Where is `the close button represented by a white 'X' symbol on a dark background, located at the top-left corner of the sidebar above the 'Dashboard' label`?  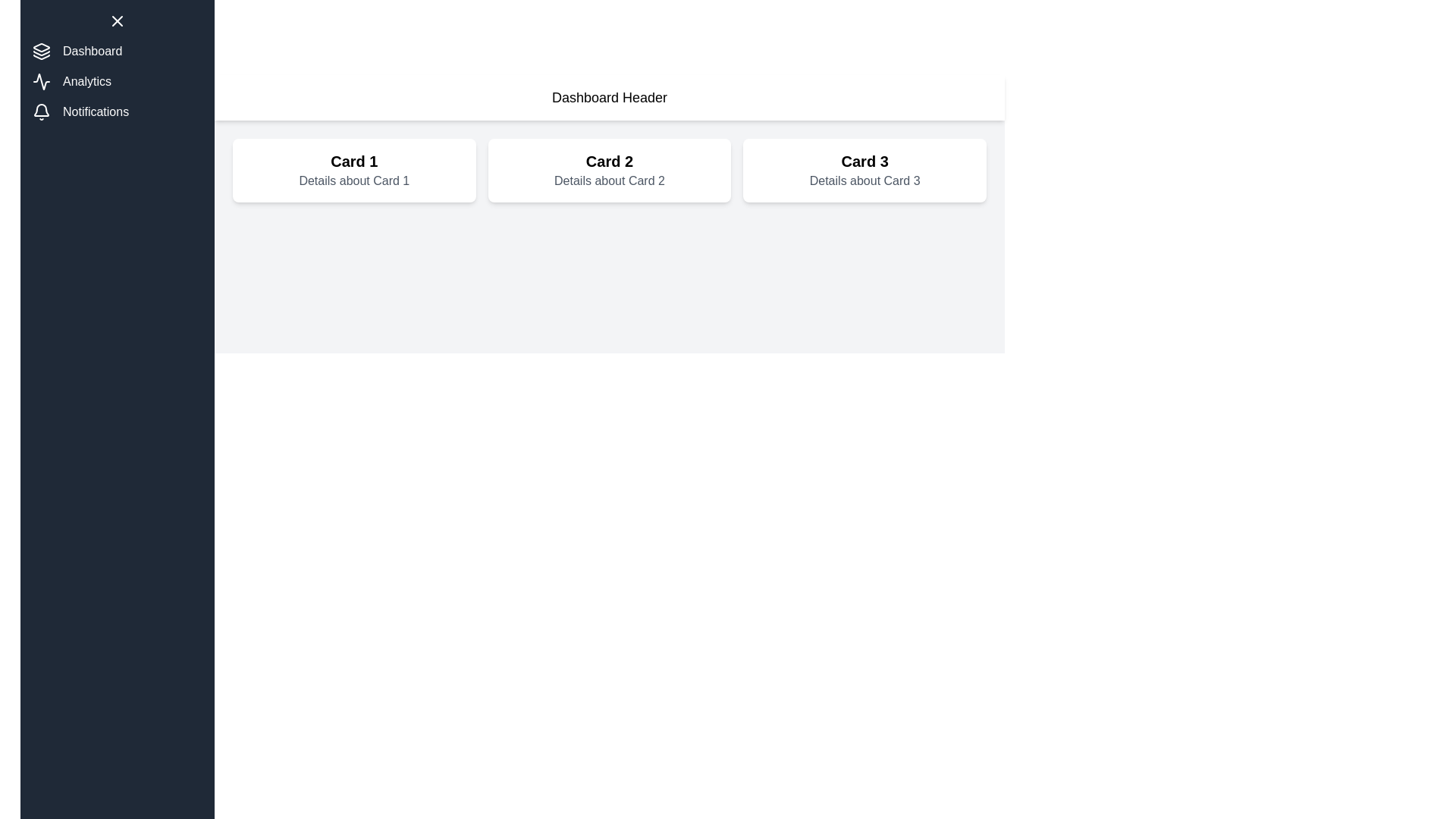
the close button represented by a white 'X' symbol on a dark background, located at the top-left corner of the sidebar above the 'Dashboard' label is located at coordinates (116, 20).